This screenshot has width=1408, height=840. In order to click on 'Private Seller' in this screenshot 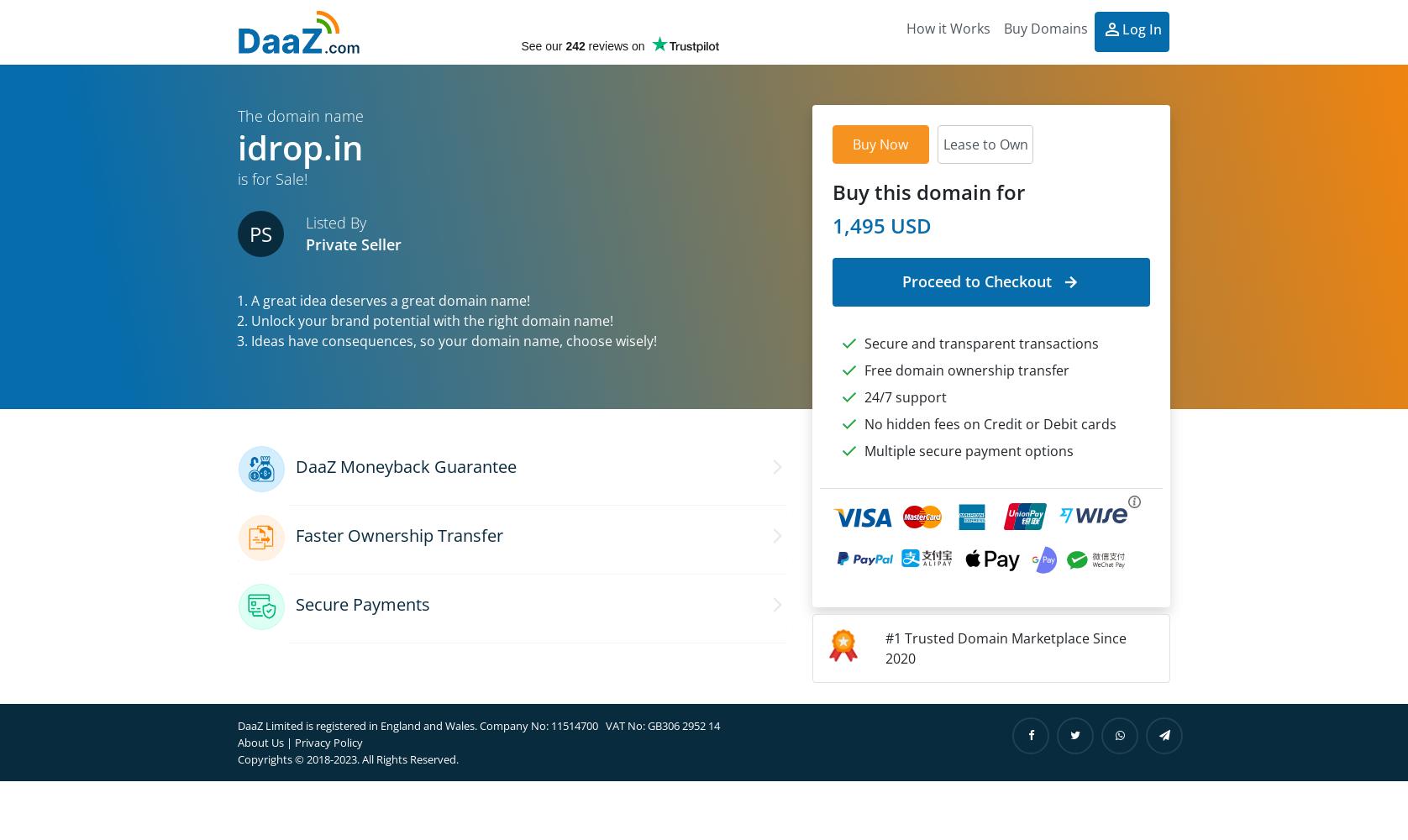, I will do `click(354, 244)`.